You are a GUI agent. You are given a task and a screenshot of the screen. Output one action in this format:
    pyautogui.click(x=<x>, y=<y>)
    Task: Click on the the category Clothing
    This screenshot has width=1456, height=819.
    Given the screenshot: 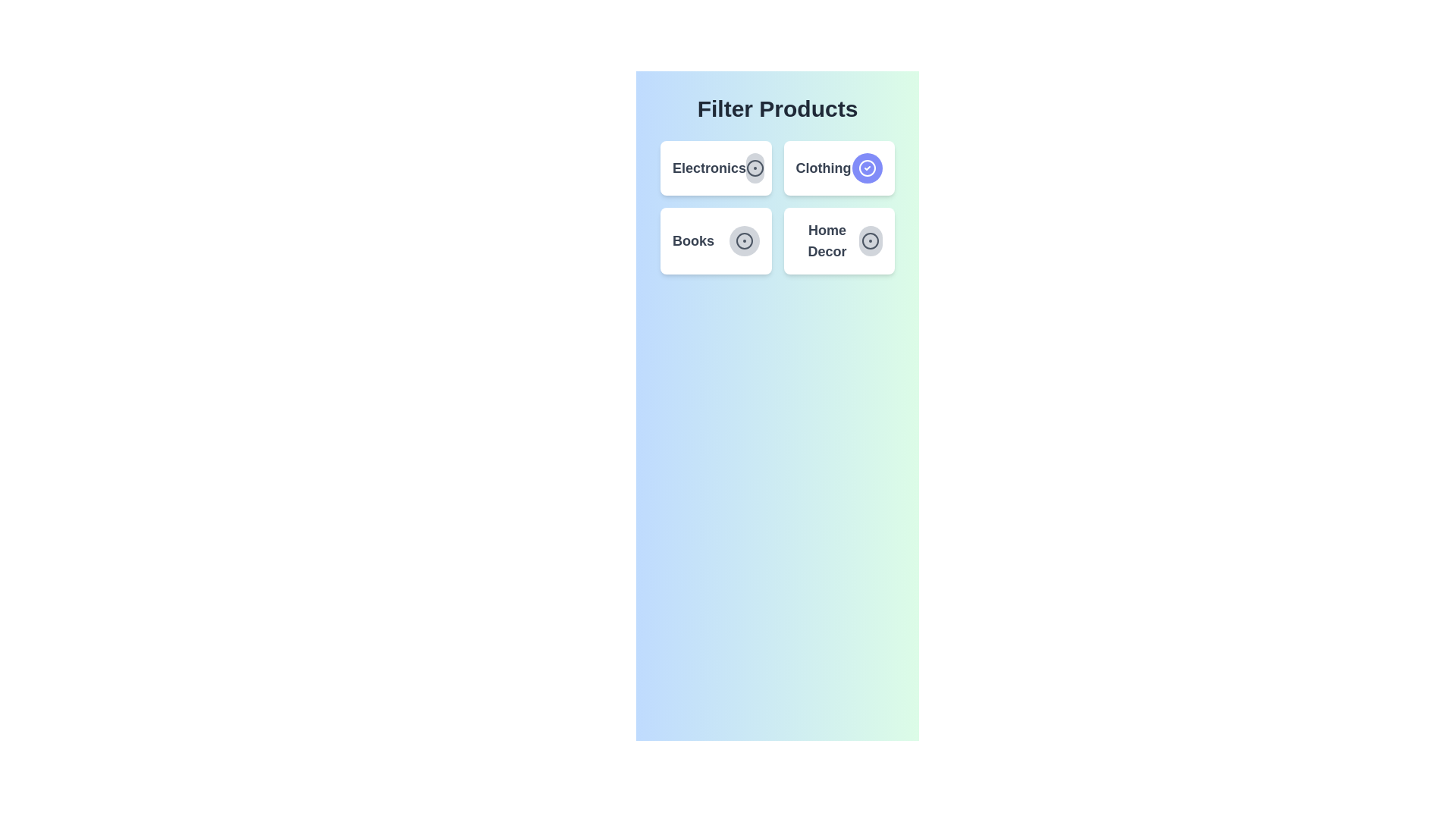 What is the action you would take?
    pyautogui.click(x=867, y=168)
    